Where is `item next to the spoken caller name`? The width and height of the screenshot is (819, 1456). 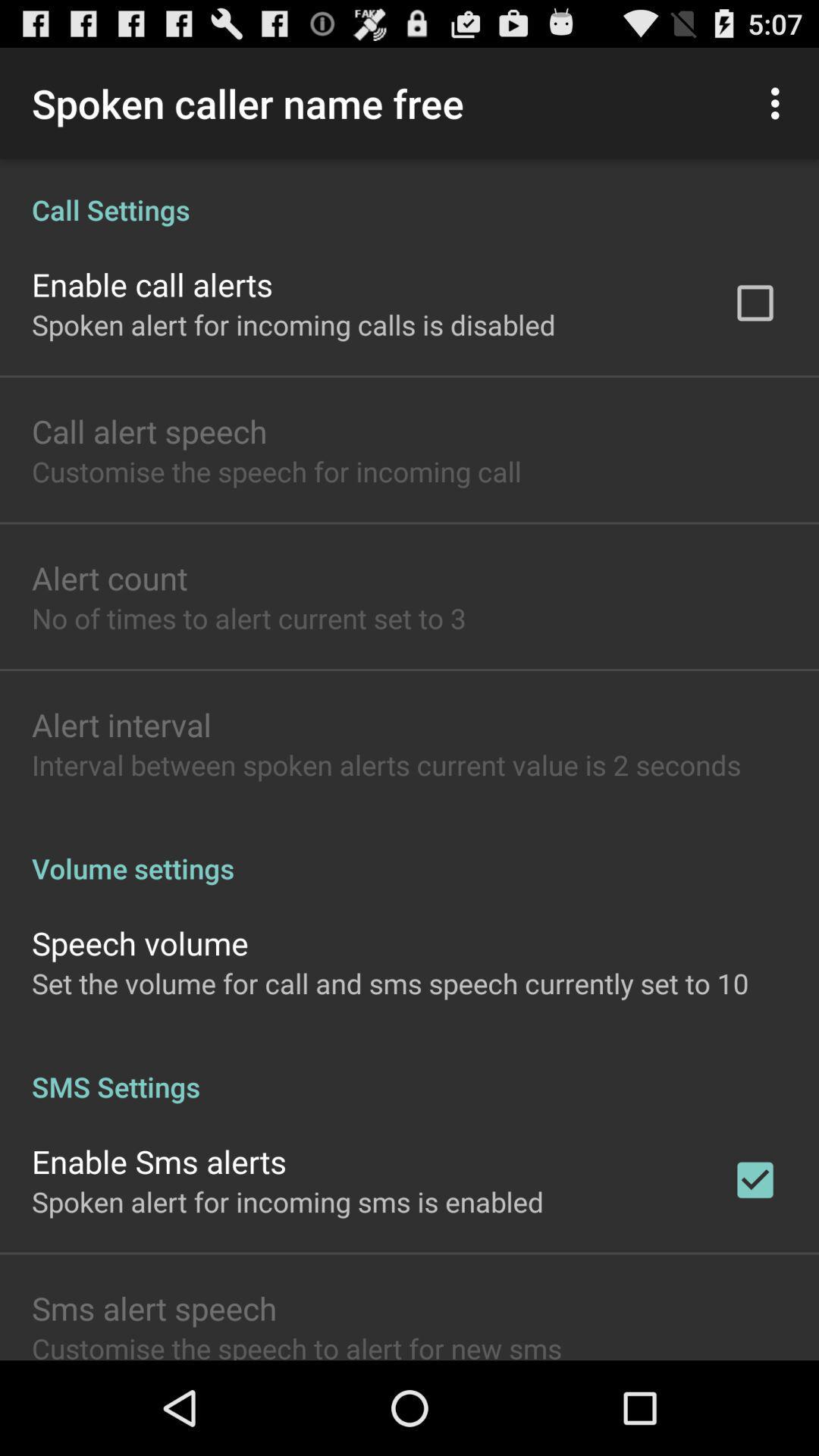
item next to the spoken caller name is located at coordinates (779, 102).